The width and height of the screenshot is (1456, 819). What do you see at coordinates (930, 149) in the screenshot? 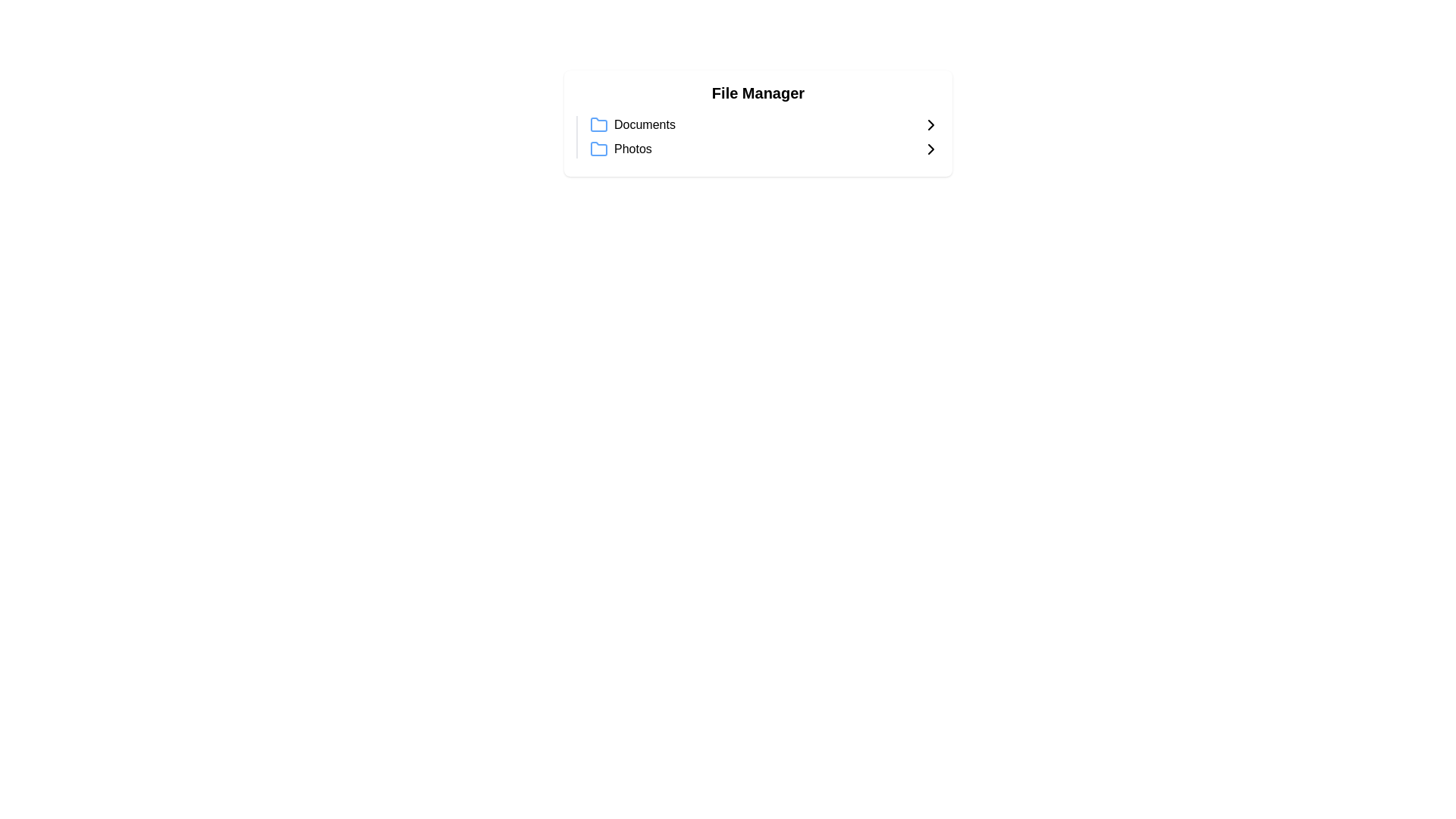
I see `the right-facing chevron SVG icon positioned to the right of the 'Photos' label` at bounding box center [930, 149].